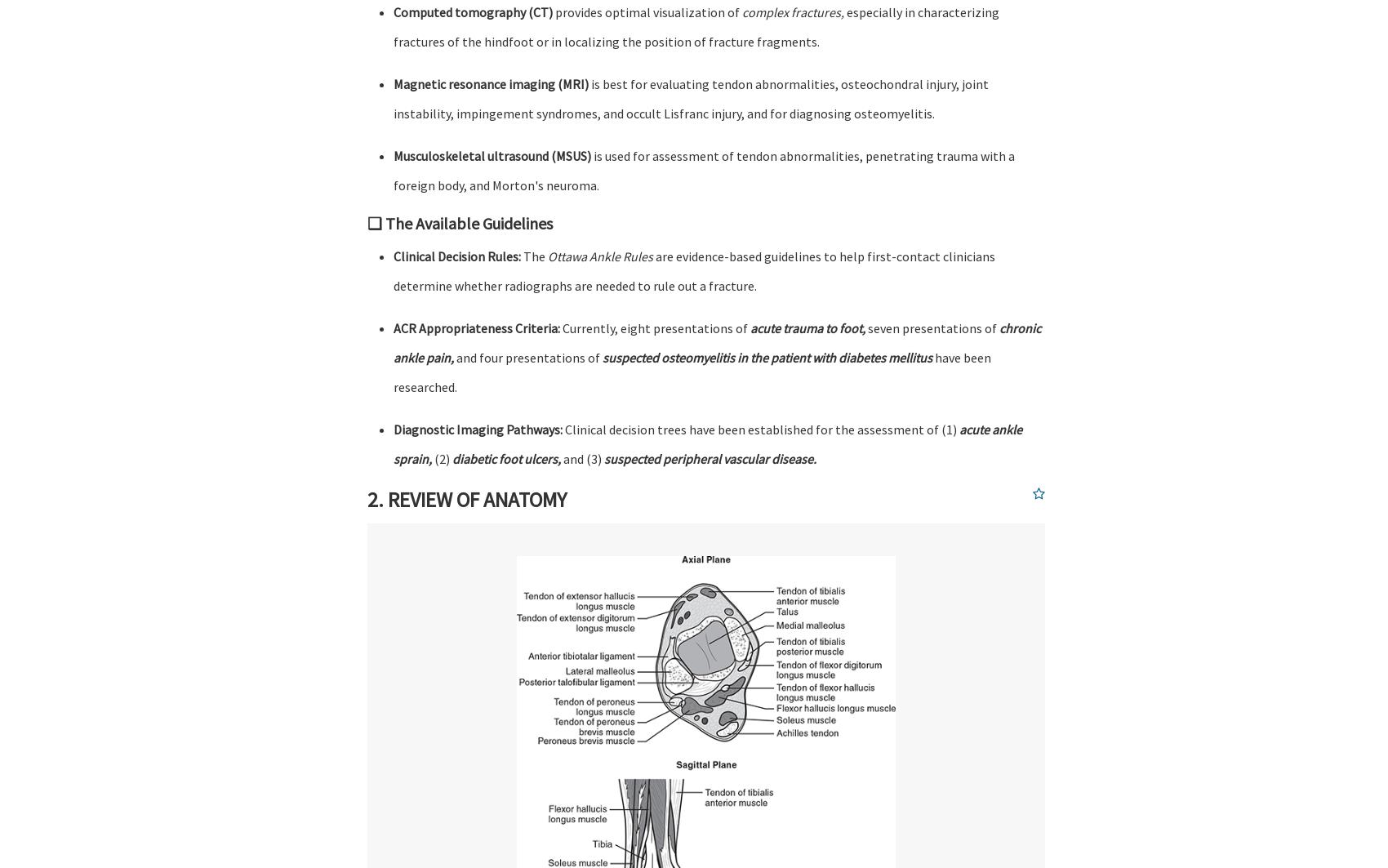 Image resolution: width=1388 pixels, height=868 pixels. What do you see at coordinates (393, 372) in the screenshot?
I see `'have been researched.'` at bounding box center [393, 372].